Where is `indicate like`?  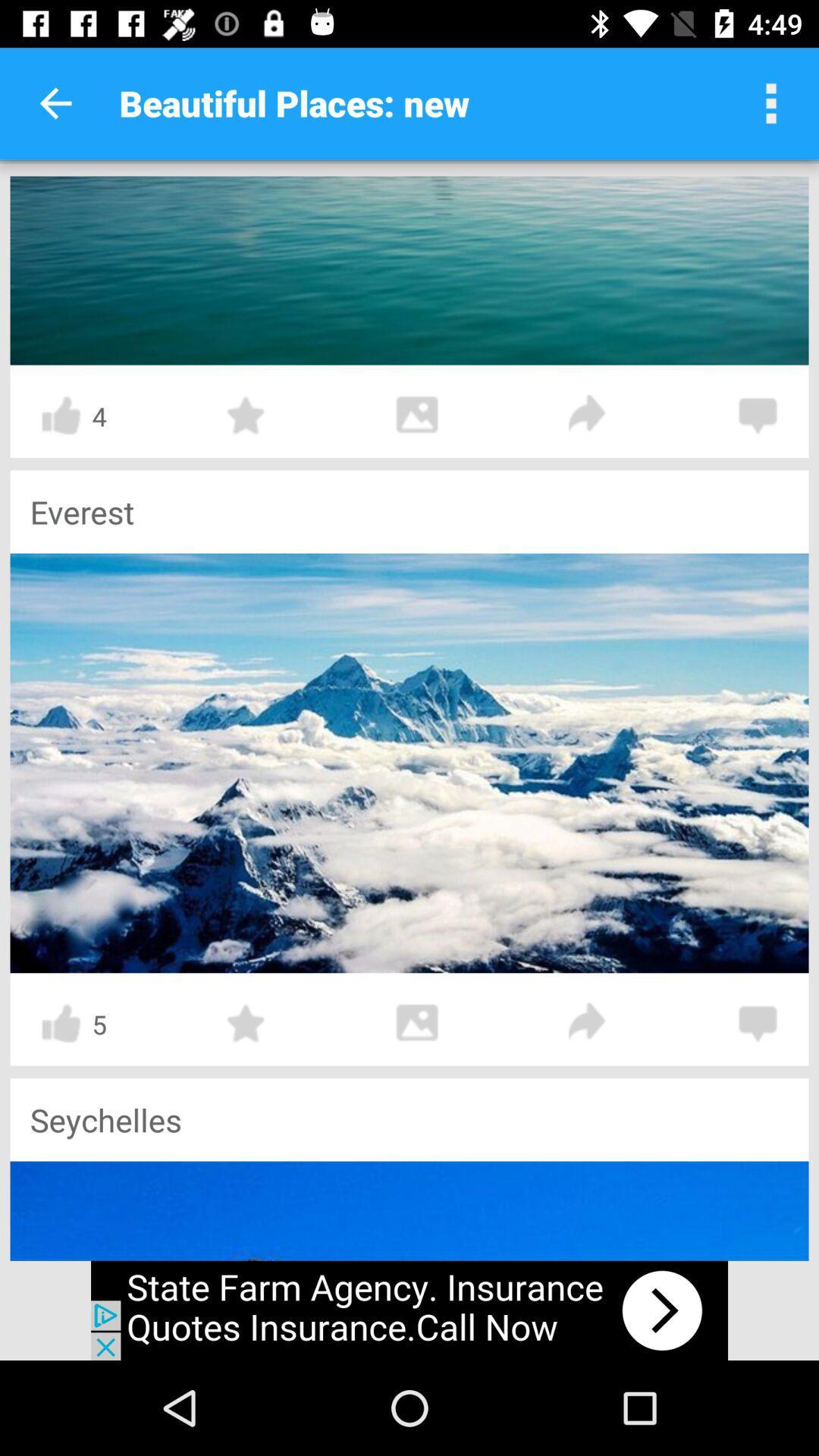
indicate like is located at coordinates (60, 1023).